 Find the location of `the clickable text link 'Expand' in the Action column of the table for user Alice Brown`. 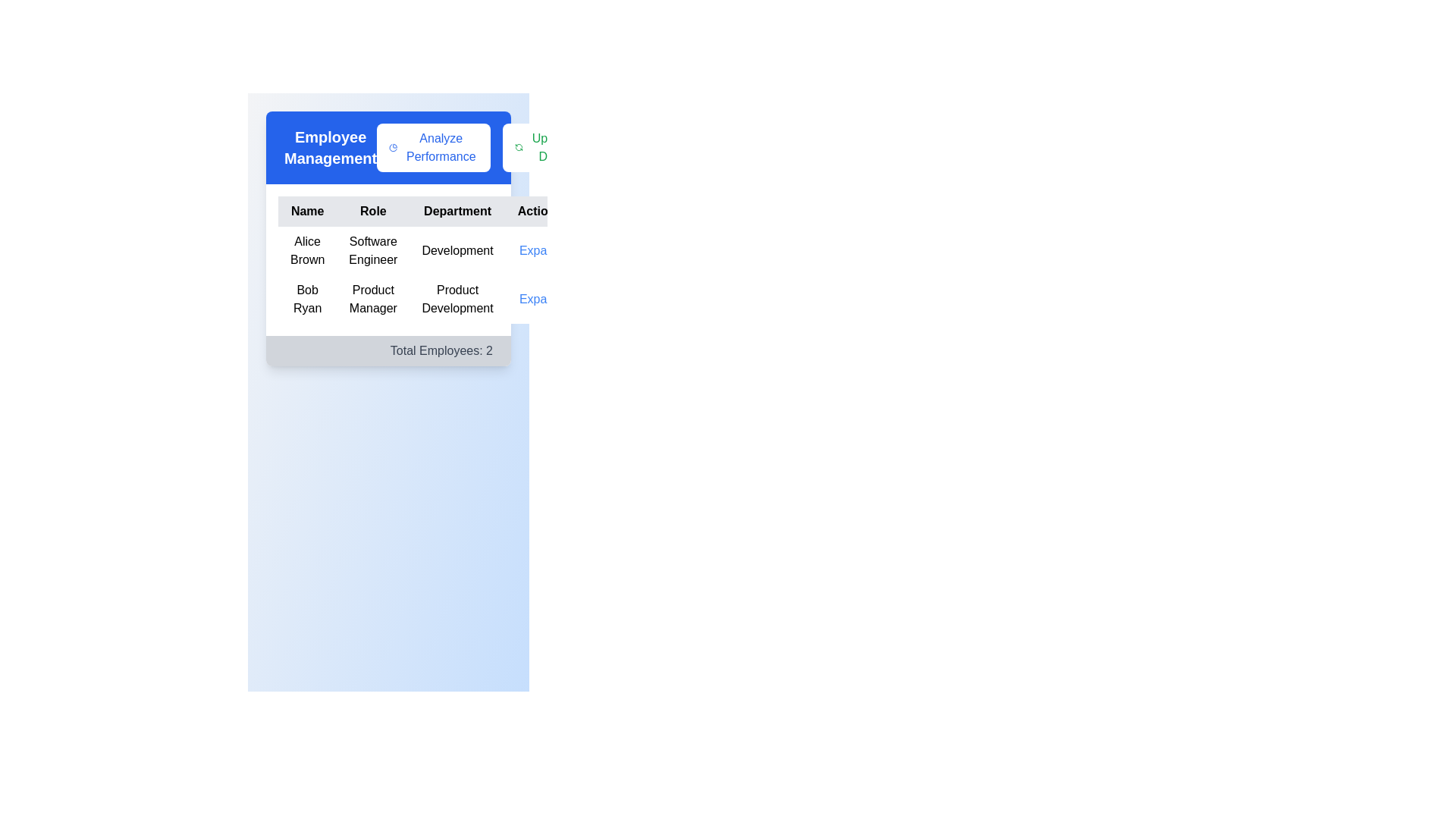

the clickable text link 'Expand' in the Action column of the table for user Alice Brown is located at coordinates (539, 250).